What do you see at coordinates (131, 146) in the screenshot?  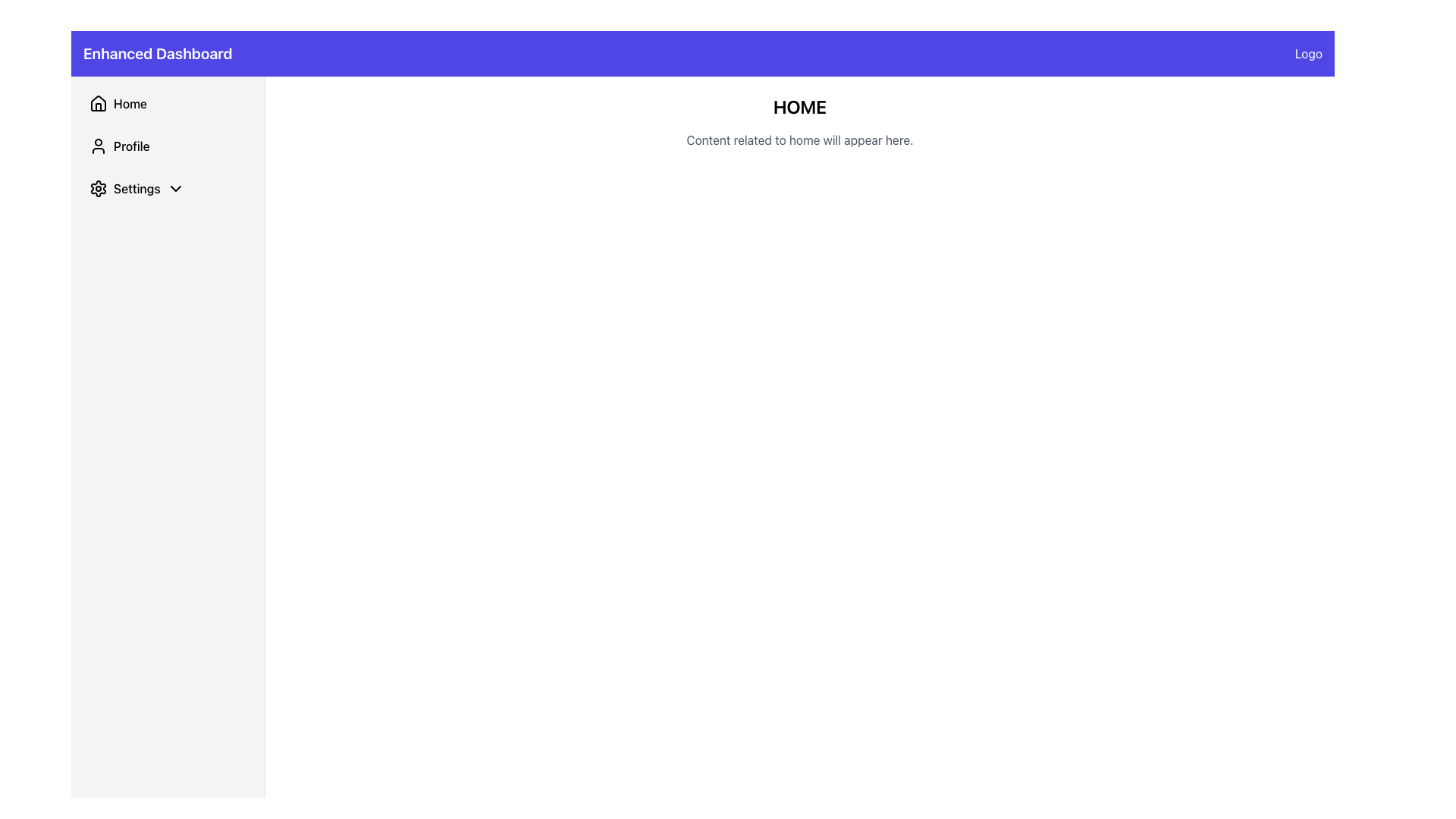 I see `the 'Profile' text label in the sidebar navigation, which is styled in medium font size and located below the 'Home' item and above the 'Settings' option` at bounding box center [131, 146].